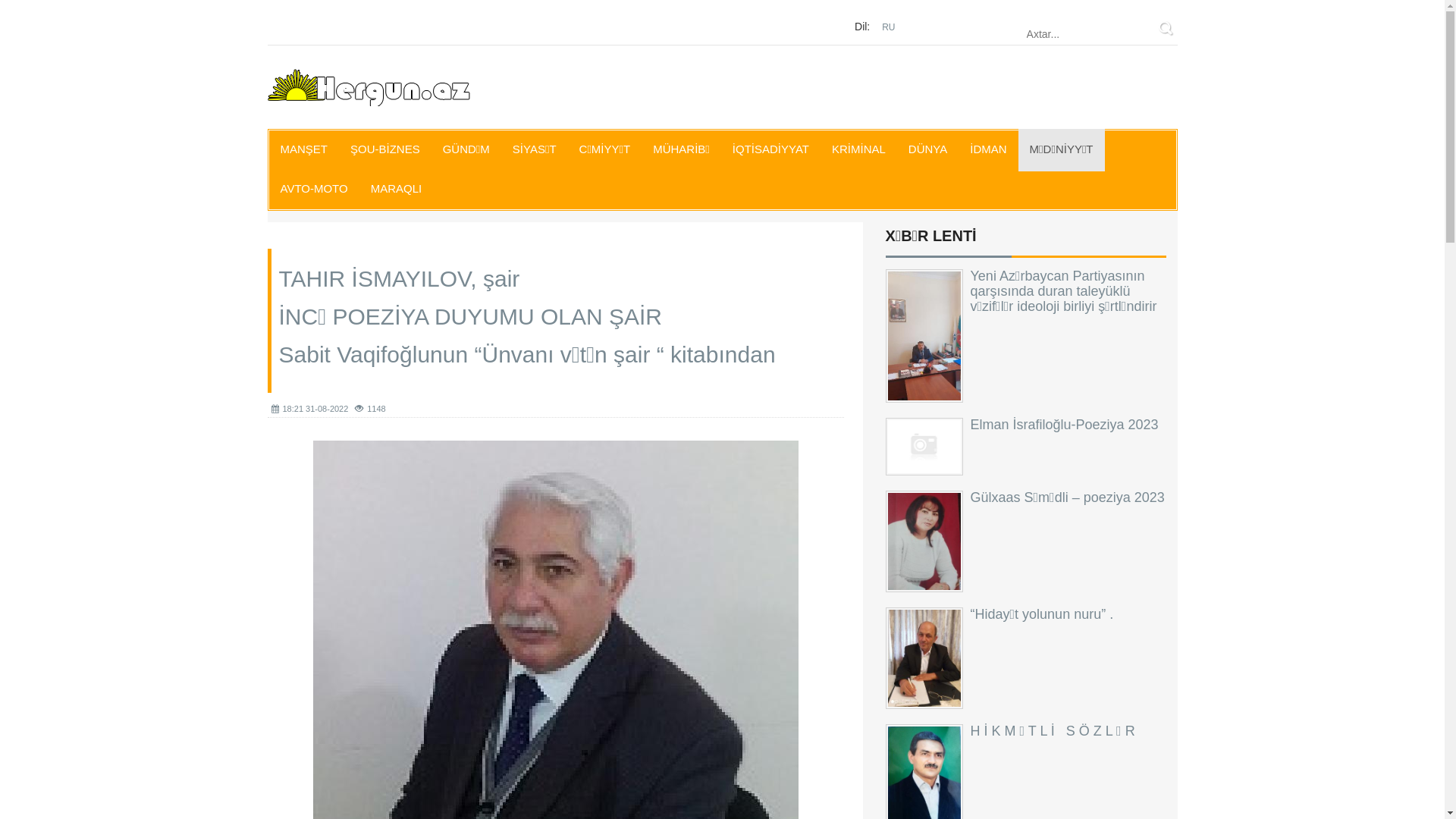  I want to click on 'RU', so click(888, 27).